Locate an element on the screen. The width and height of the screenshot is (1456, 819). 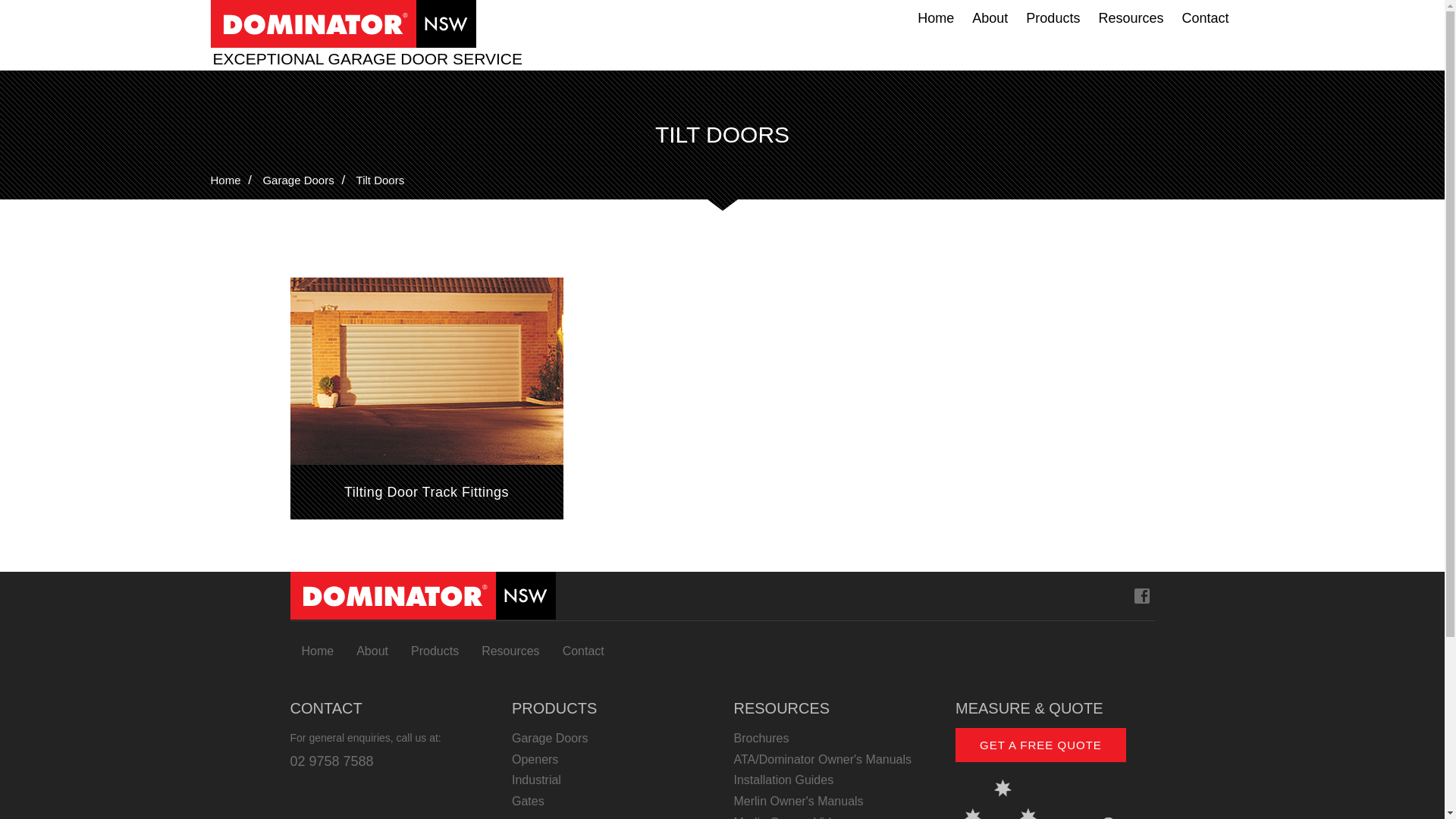
'Contact' is located at coordinates (1171, 17).